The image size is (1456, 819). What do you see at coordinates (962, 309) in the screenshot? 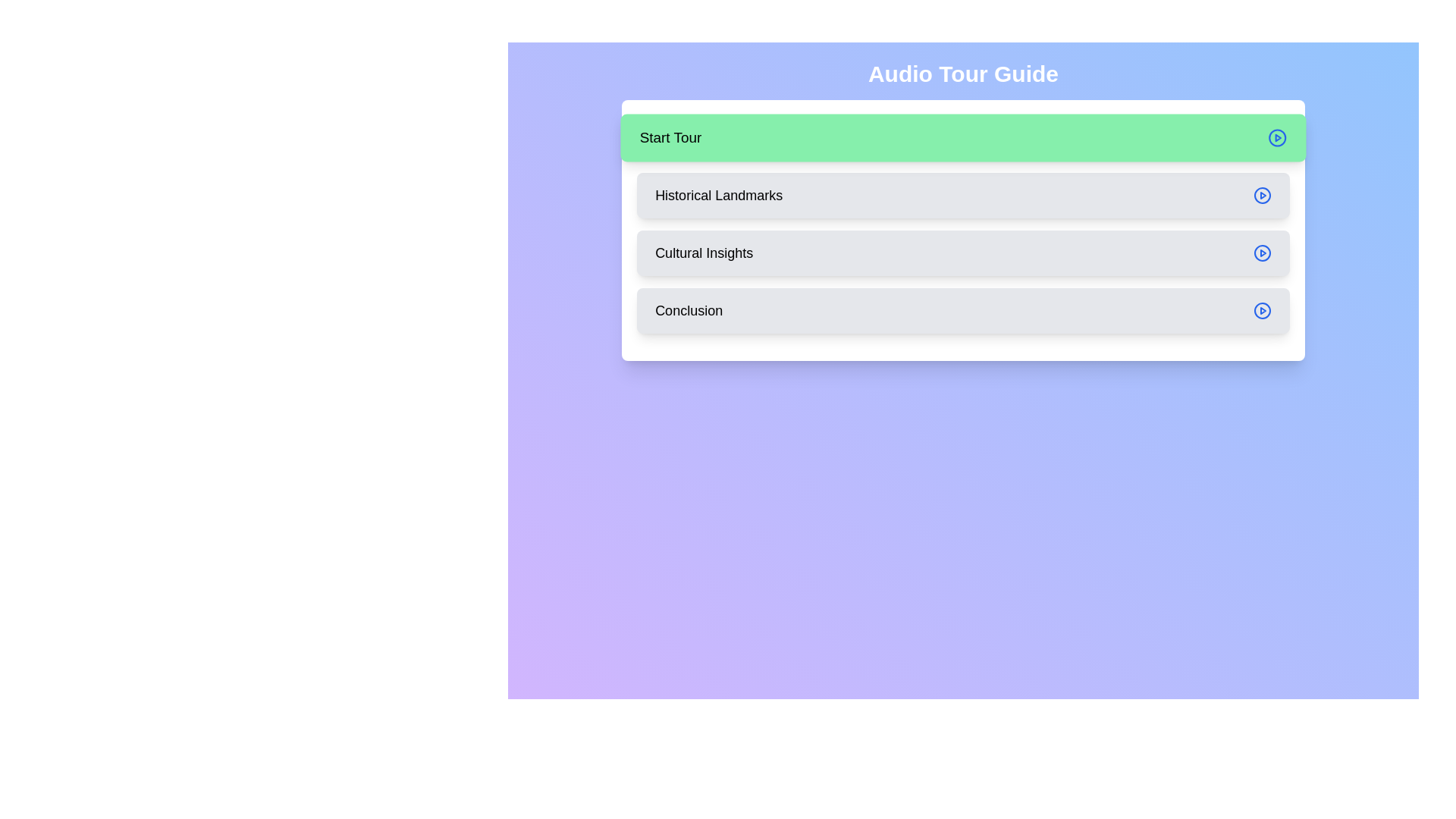
I see `the Conclusion step in the audio tour` at bounding box center [962, 309].